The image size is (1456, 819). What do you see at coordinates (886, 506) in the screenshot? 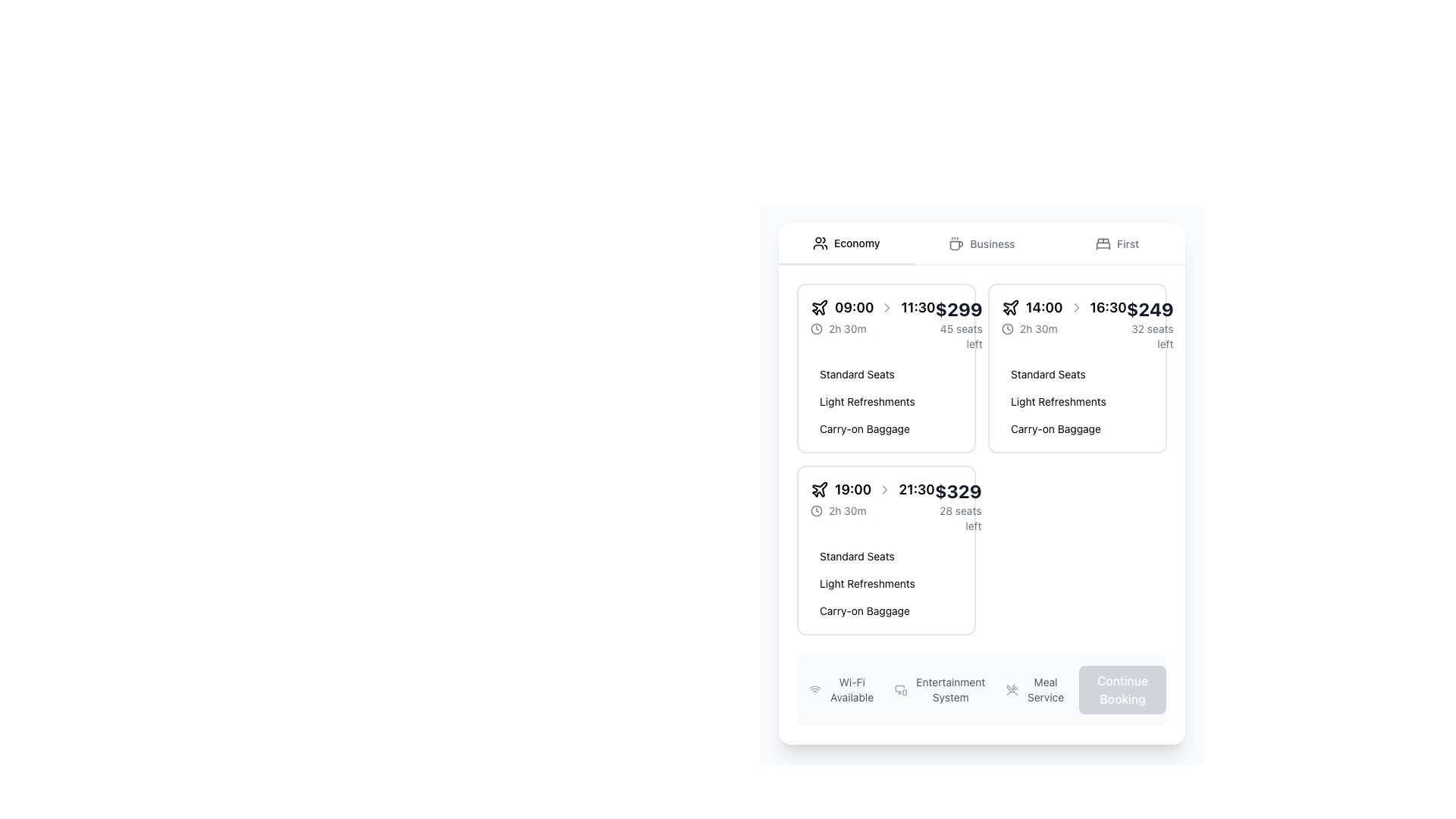
I see `the Information display row within the flight offer card to possibly see additional information about the flight offer` at bounding box center [886, 506].